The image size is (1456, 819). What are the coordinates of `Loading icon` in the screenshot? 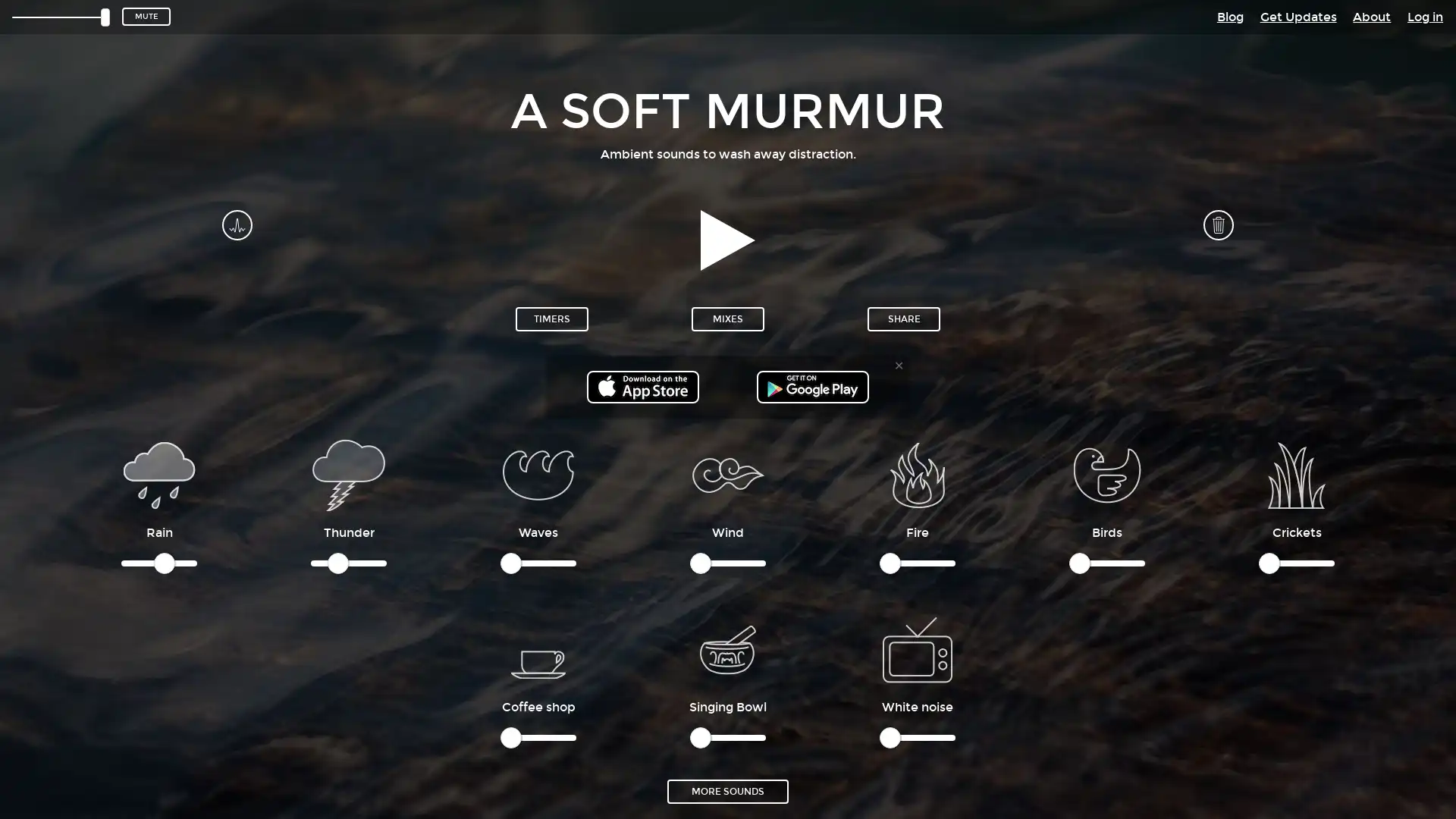 It's located at (728, 648).